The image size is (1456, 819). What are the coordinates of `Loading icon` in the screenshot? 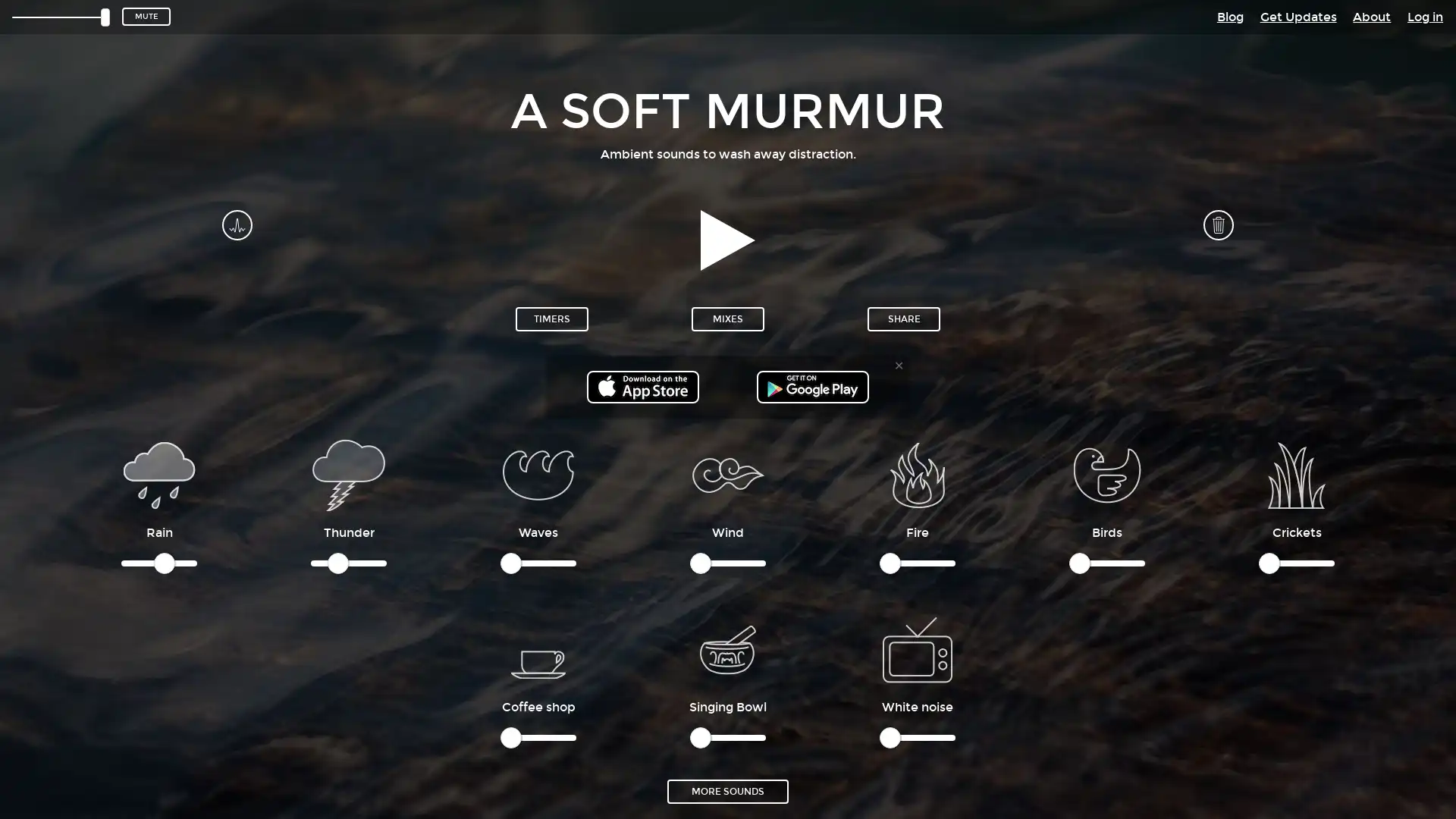 It's located at (728, 648).